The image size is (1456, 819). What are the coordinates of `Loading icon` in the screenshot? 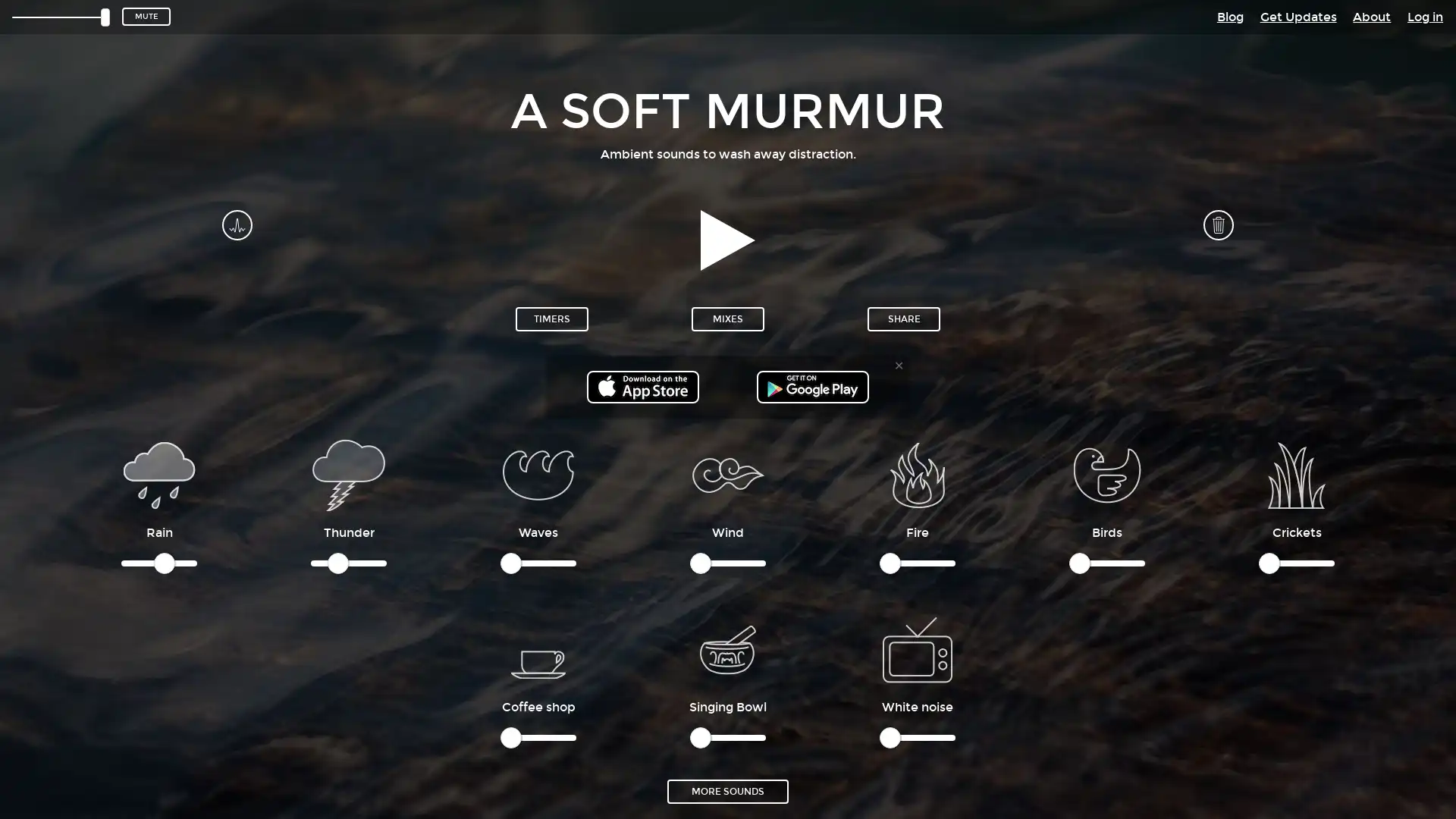 It's located at (728, 648).